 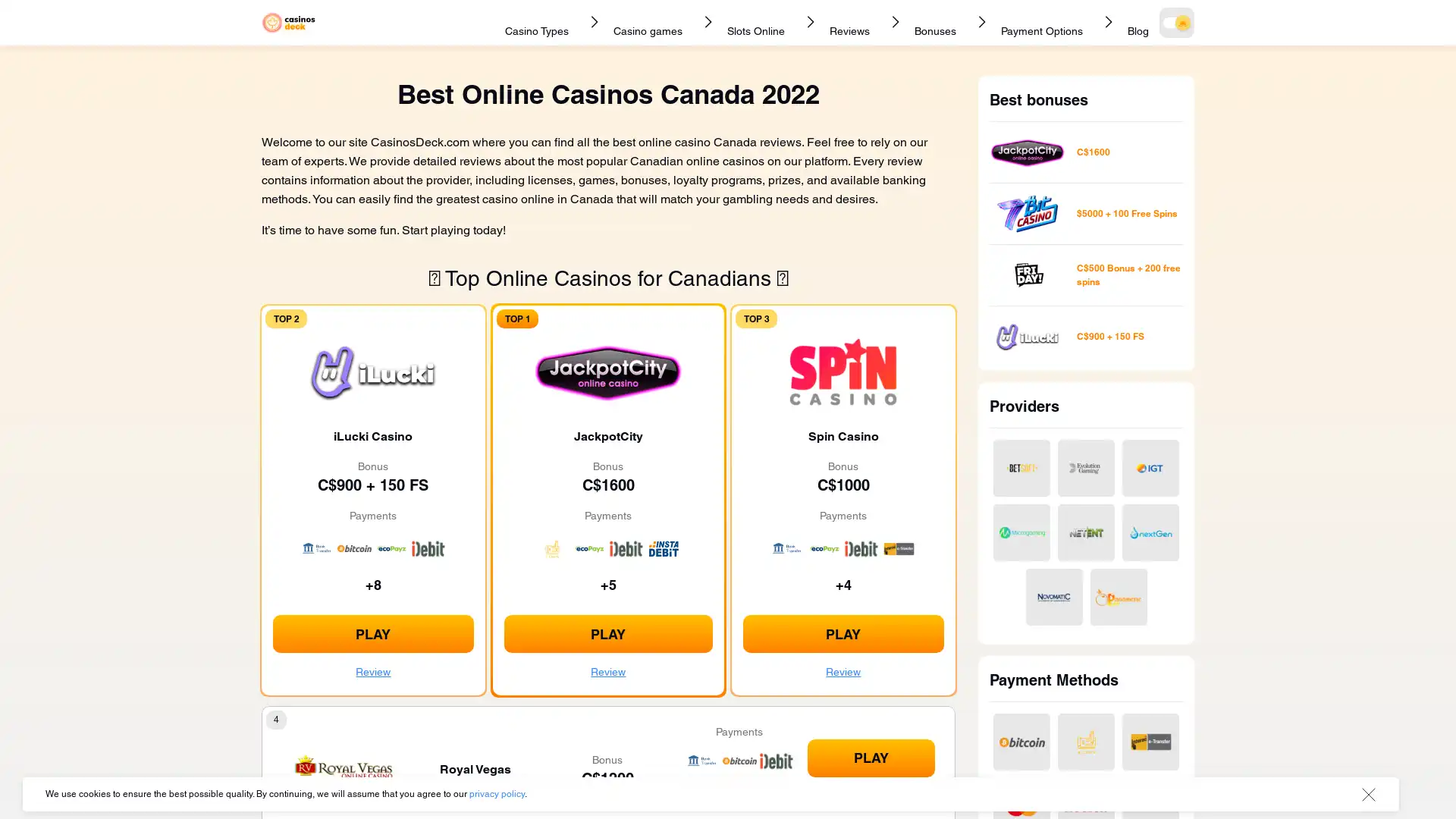 What do you see at coordinates (843, 634) in the screenshot?
I see `PLAY` at bounding box center [843, 634].